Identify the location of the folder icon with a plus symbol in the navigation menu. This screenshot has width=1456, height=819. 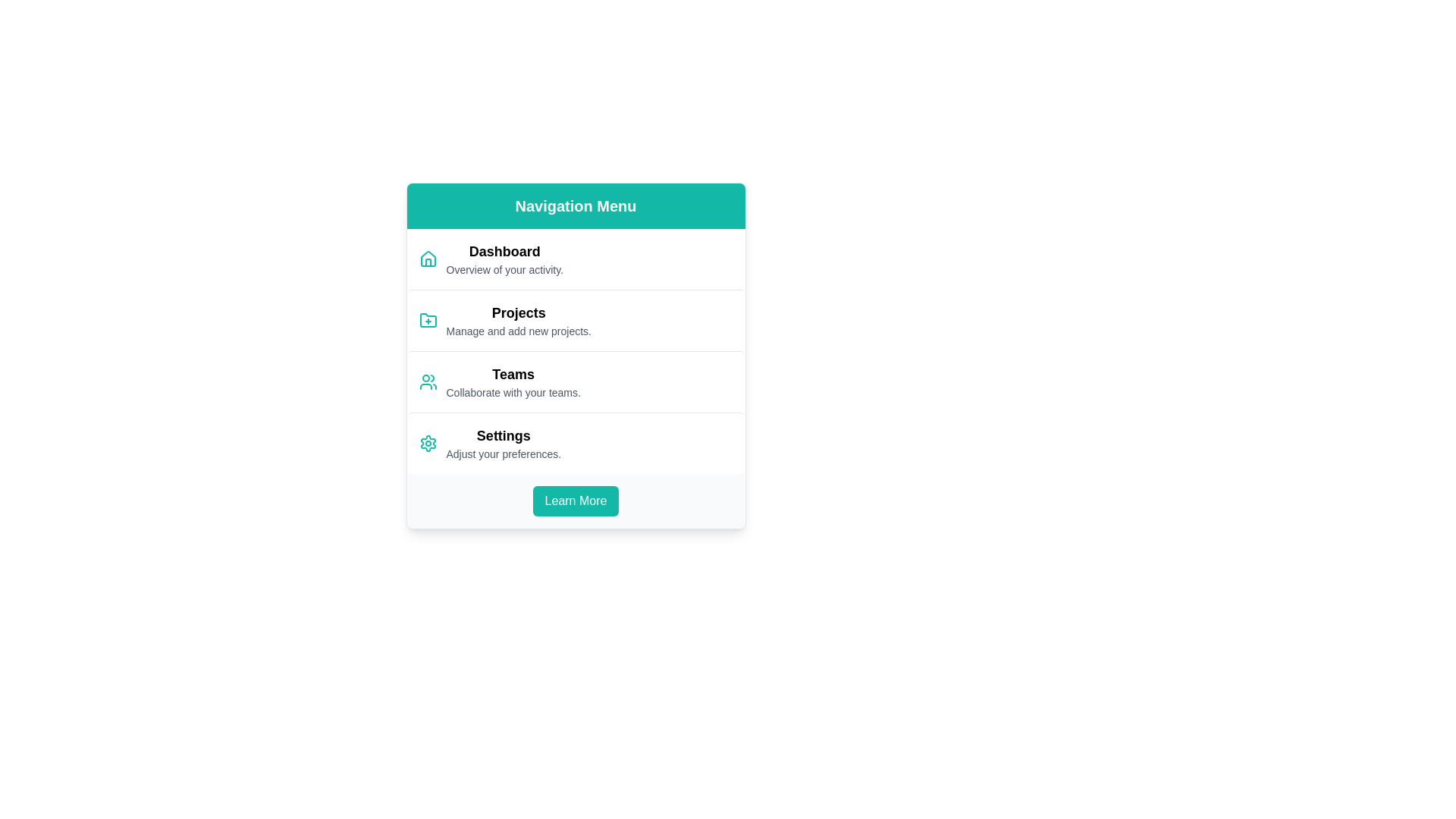
(427, 319).